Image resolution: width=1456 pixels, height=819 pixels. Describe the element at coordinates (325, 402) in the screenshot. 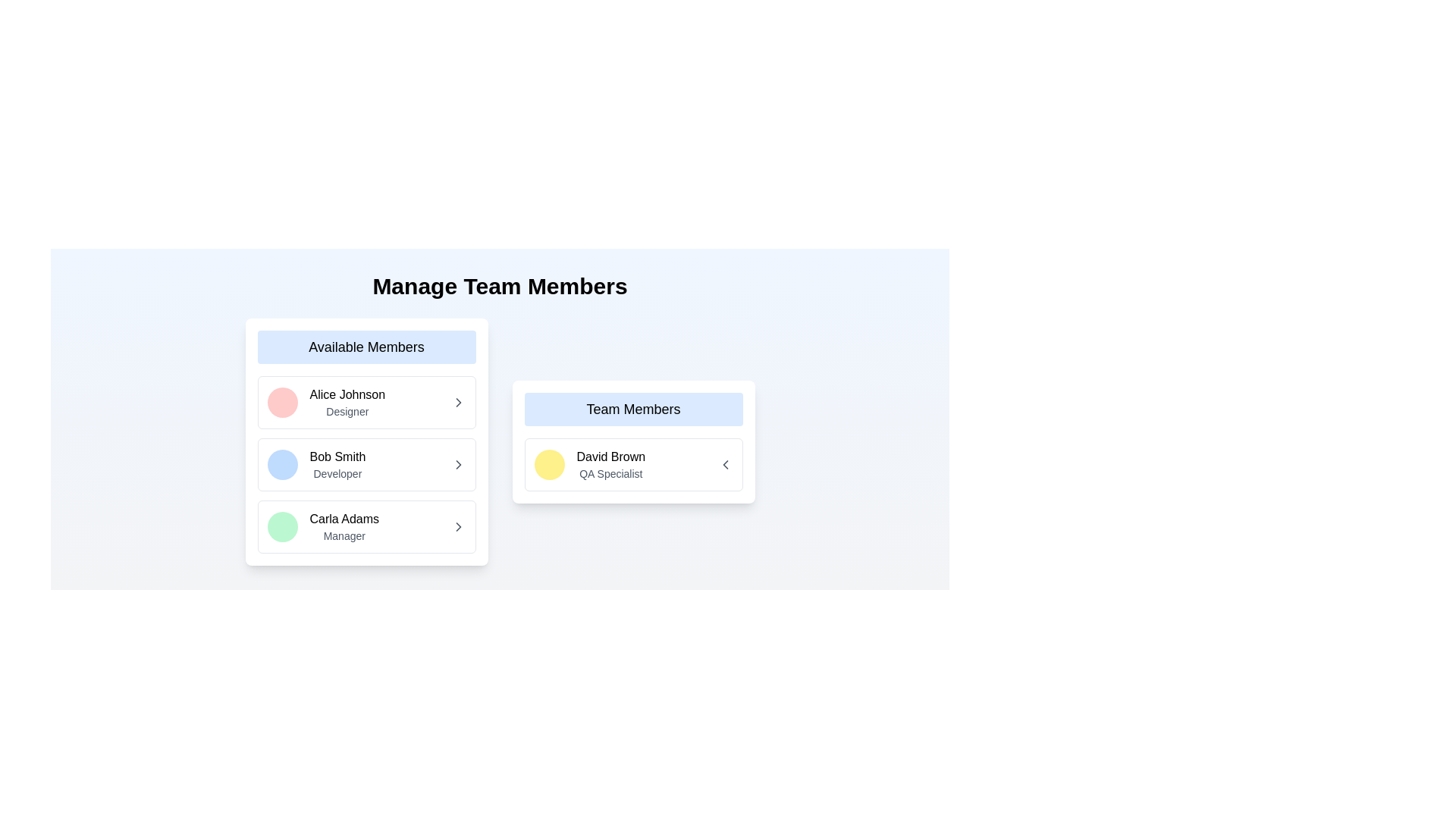

I see `the first team member entry in the 'Available Members' section` at that location.